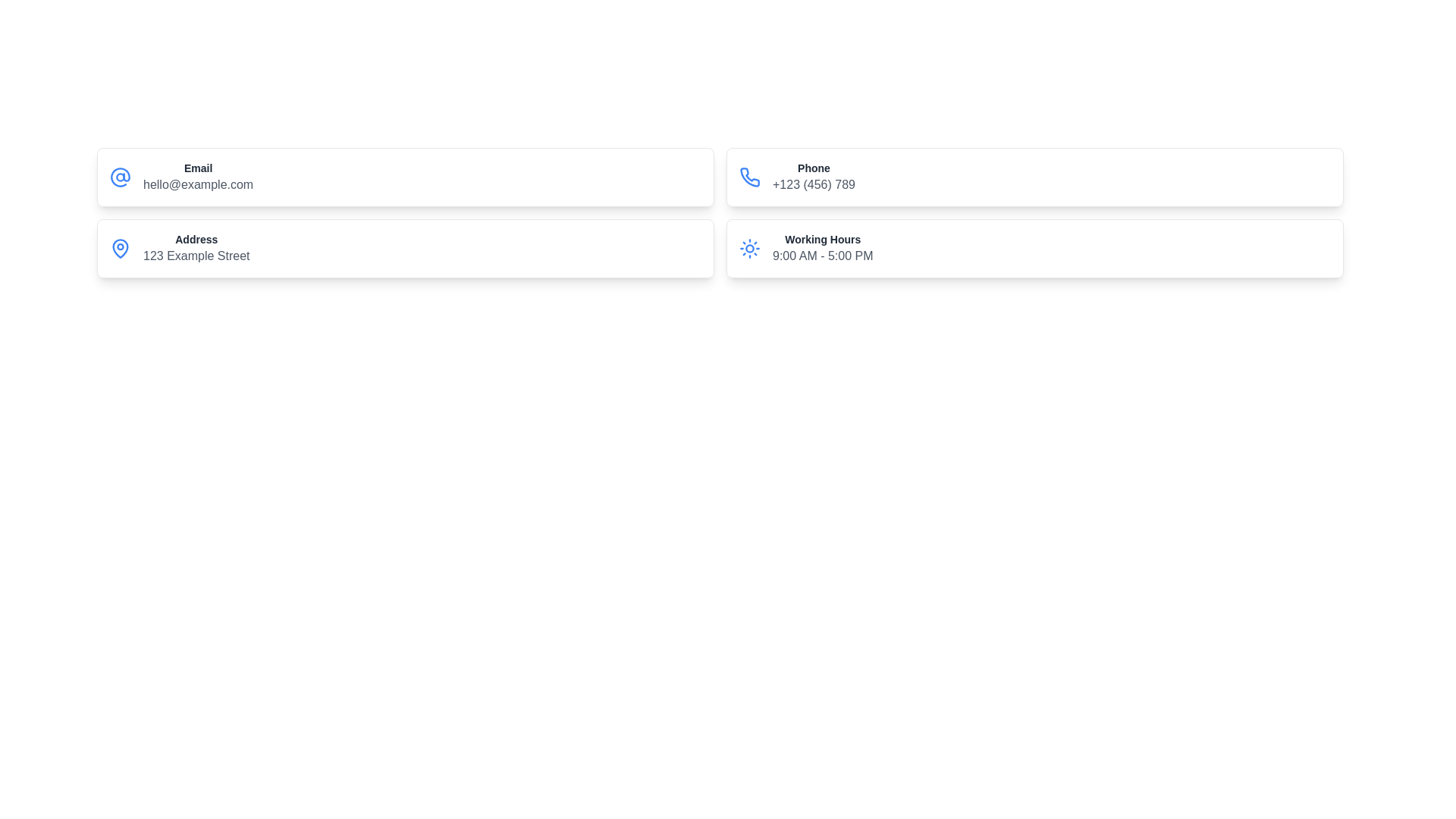  Describe the element at coordinates (197, 184) in the screenshot. I see `the non-interactive display of the email address located directly below the 'Email' label` at that location.